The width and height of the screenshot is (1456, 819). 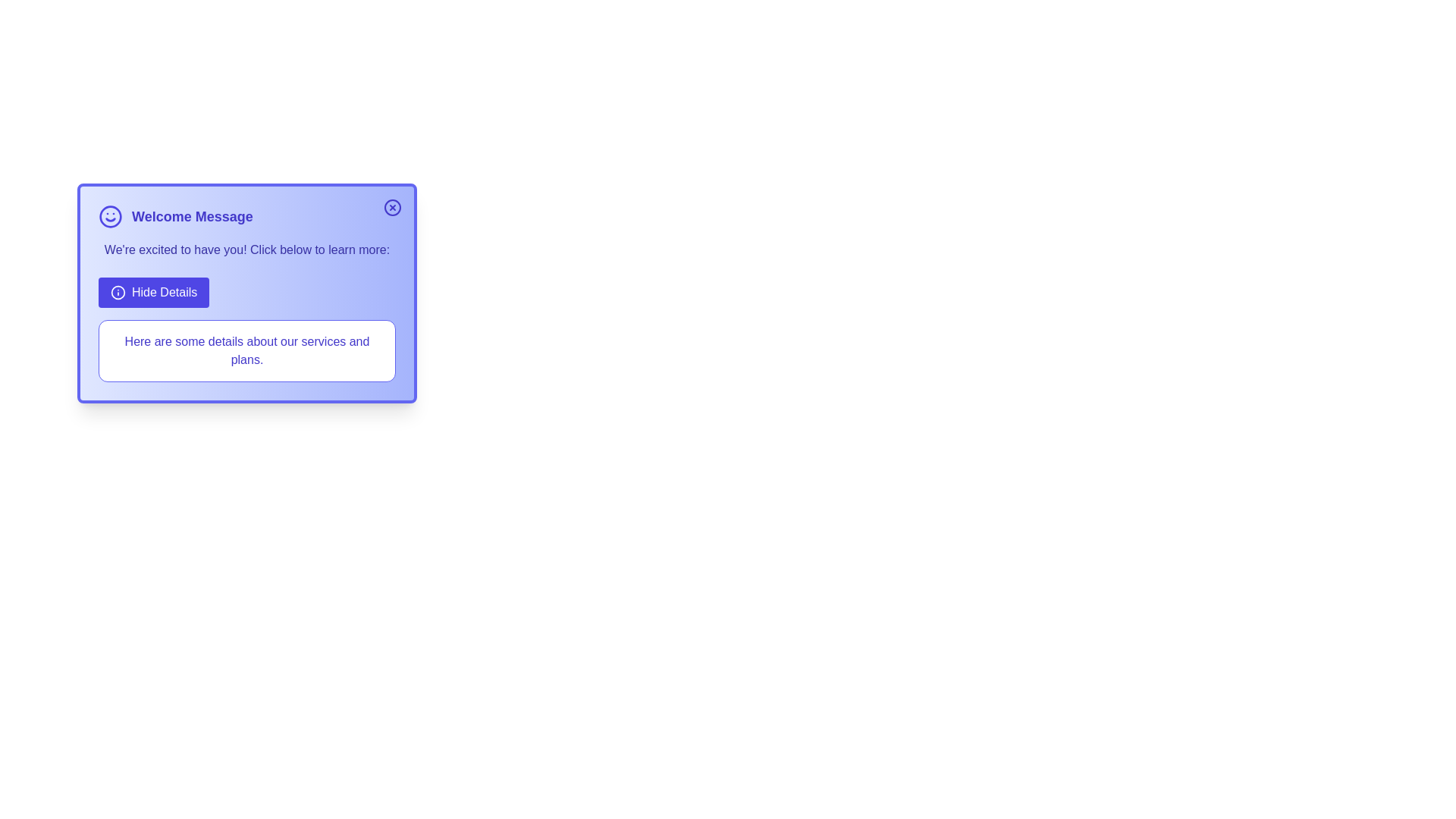 I want to click on the close button to dismiss the alert, so click(x=393, y=207).